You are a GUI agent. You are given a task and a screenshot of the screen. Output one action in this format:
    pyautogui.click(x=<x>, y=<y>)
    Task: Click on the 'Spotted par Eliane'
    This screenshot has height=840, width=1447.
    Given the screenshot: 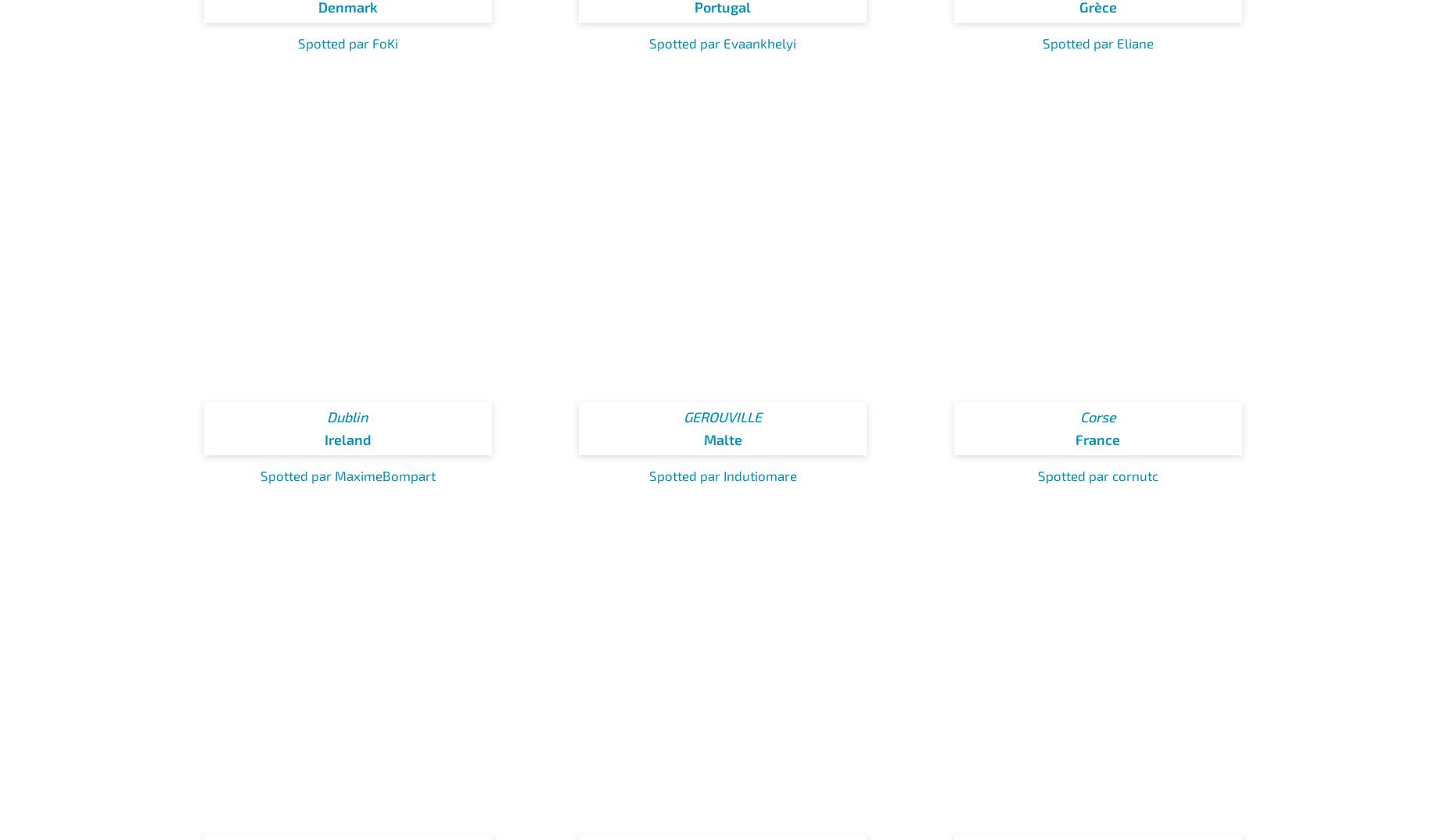 What is the action you would take?
    pyautogui.click(x=1097, y=41)
    